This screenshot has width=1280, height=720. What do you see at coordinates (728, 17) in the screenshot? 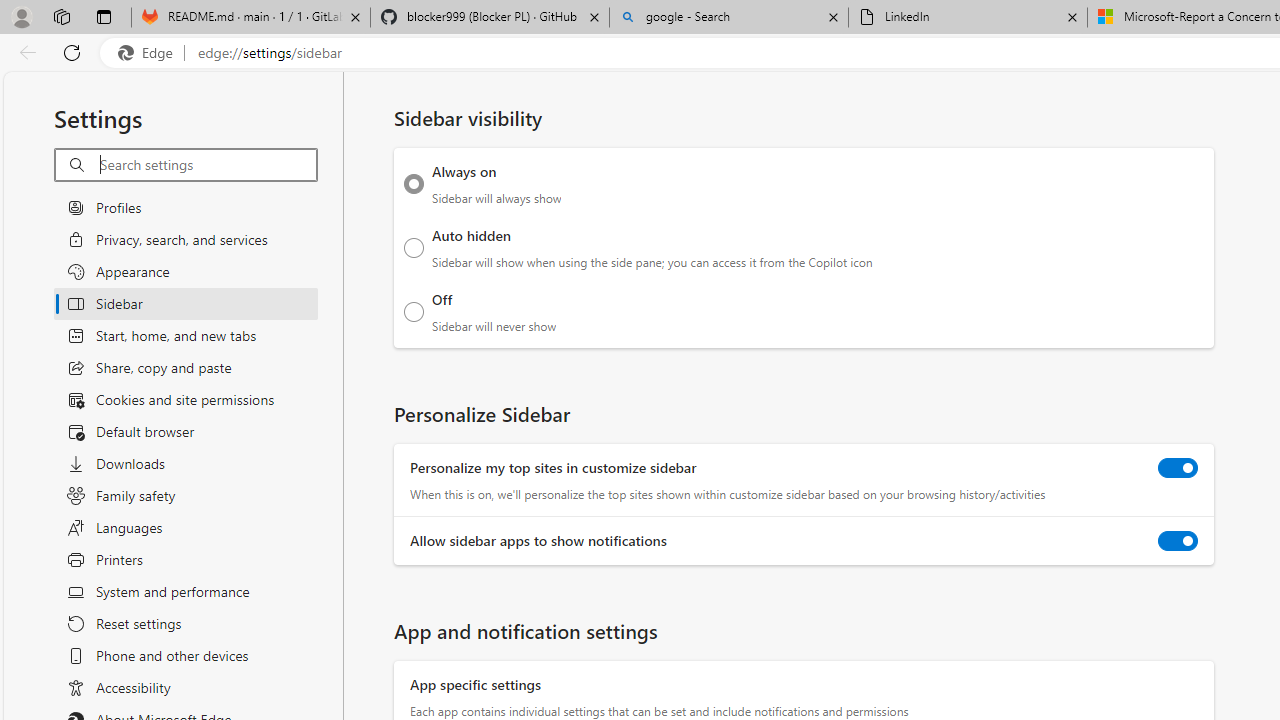
I see `'google - Search'` at bounding box center [728, 17].